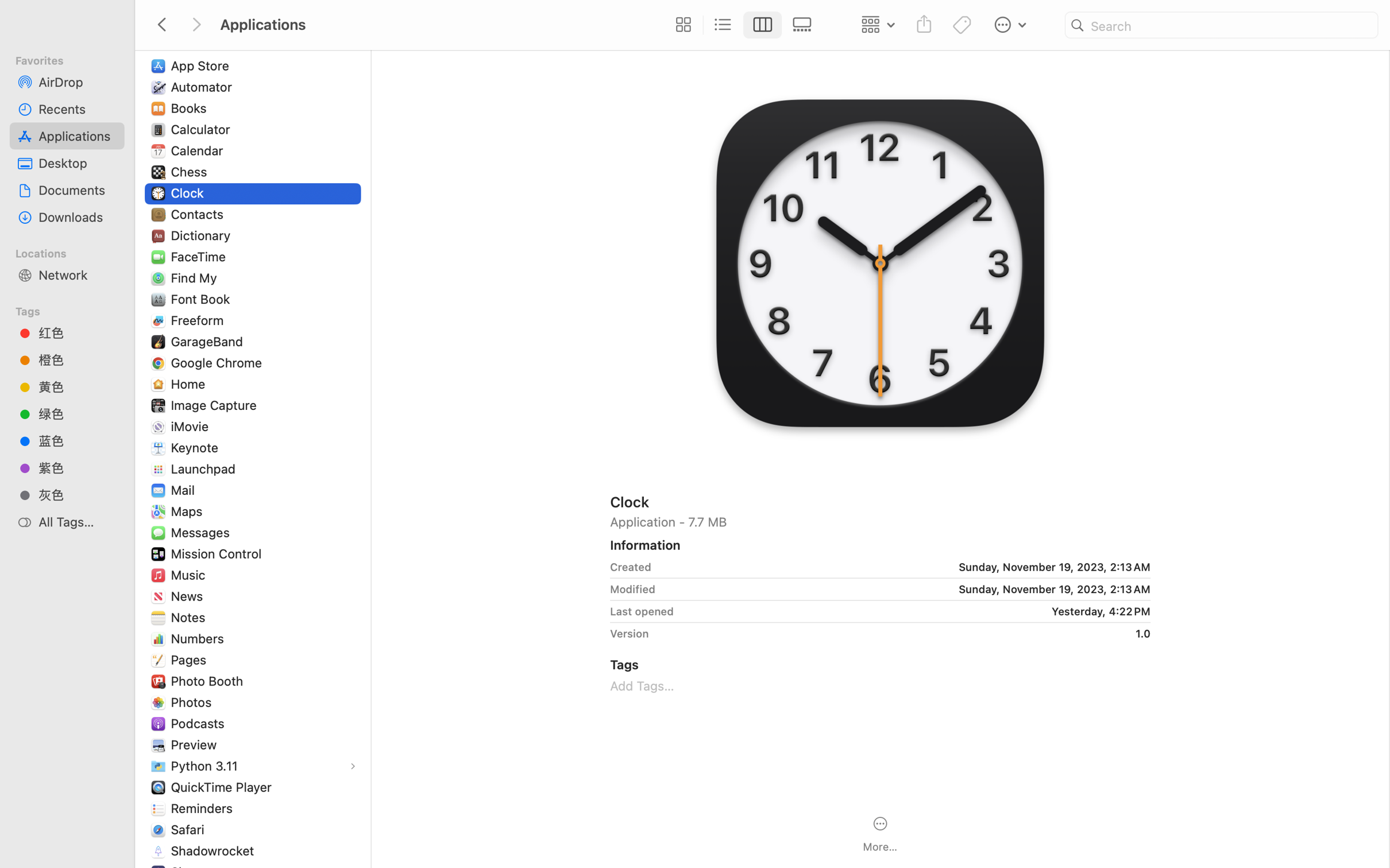  Describe the element at coordinates (202, 129) in the screenshot. I see `'Calculator'` at that location.